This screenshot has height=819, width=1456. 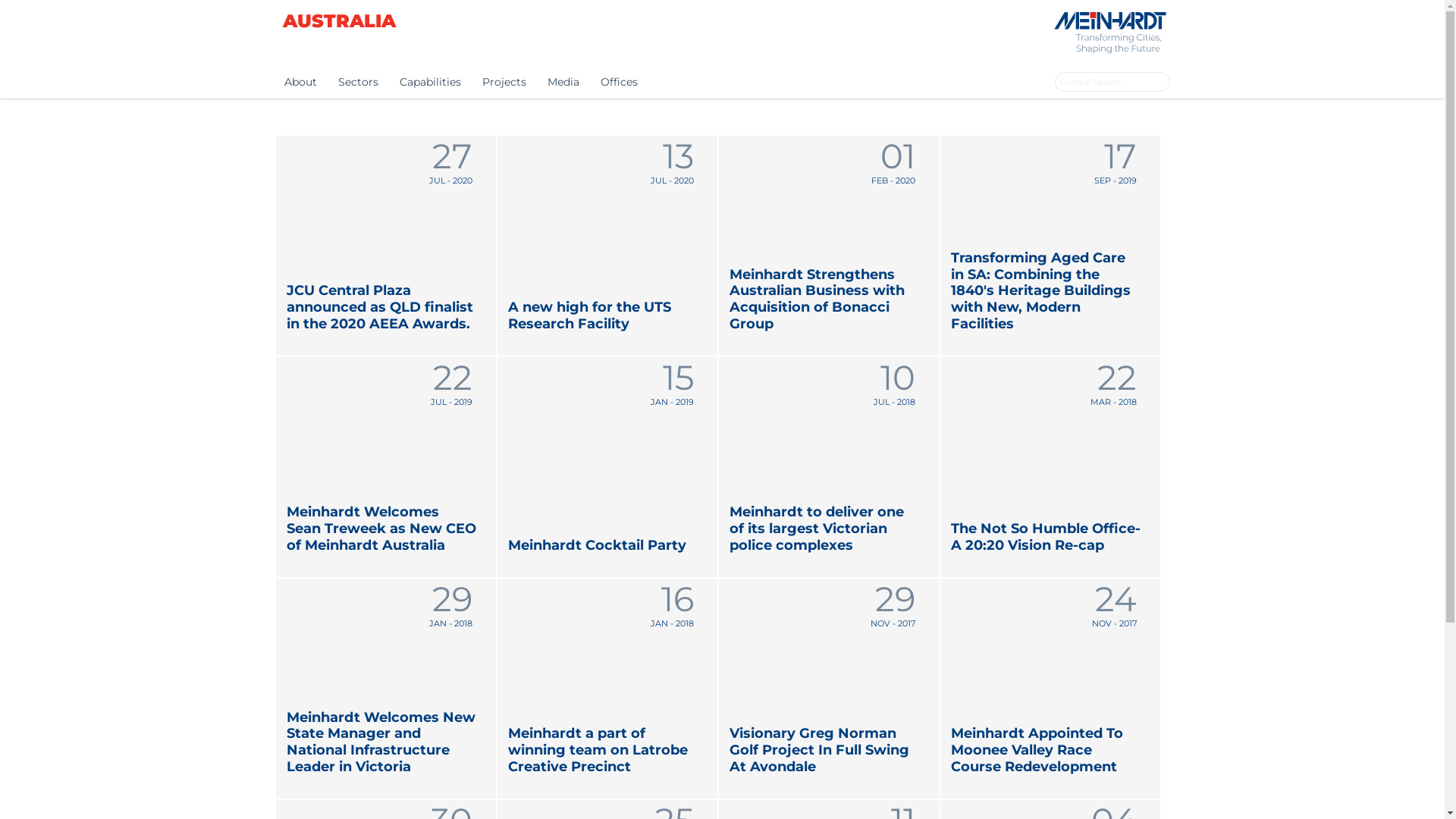 What do you see at coordinates (563, 82) in the screenshot?
I see `'Media'` at bounding box center [563, 82].